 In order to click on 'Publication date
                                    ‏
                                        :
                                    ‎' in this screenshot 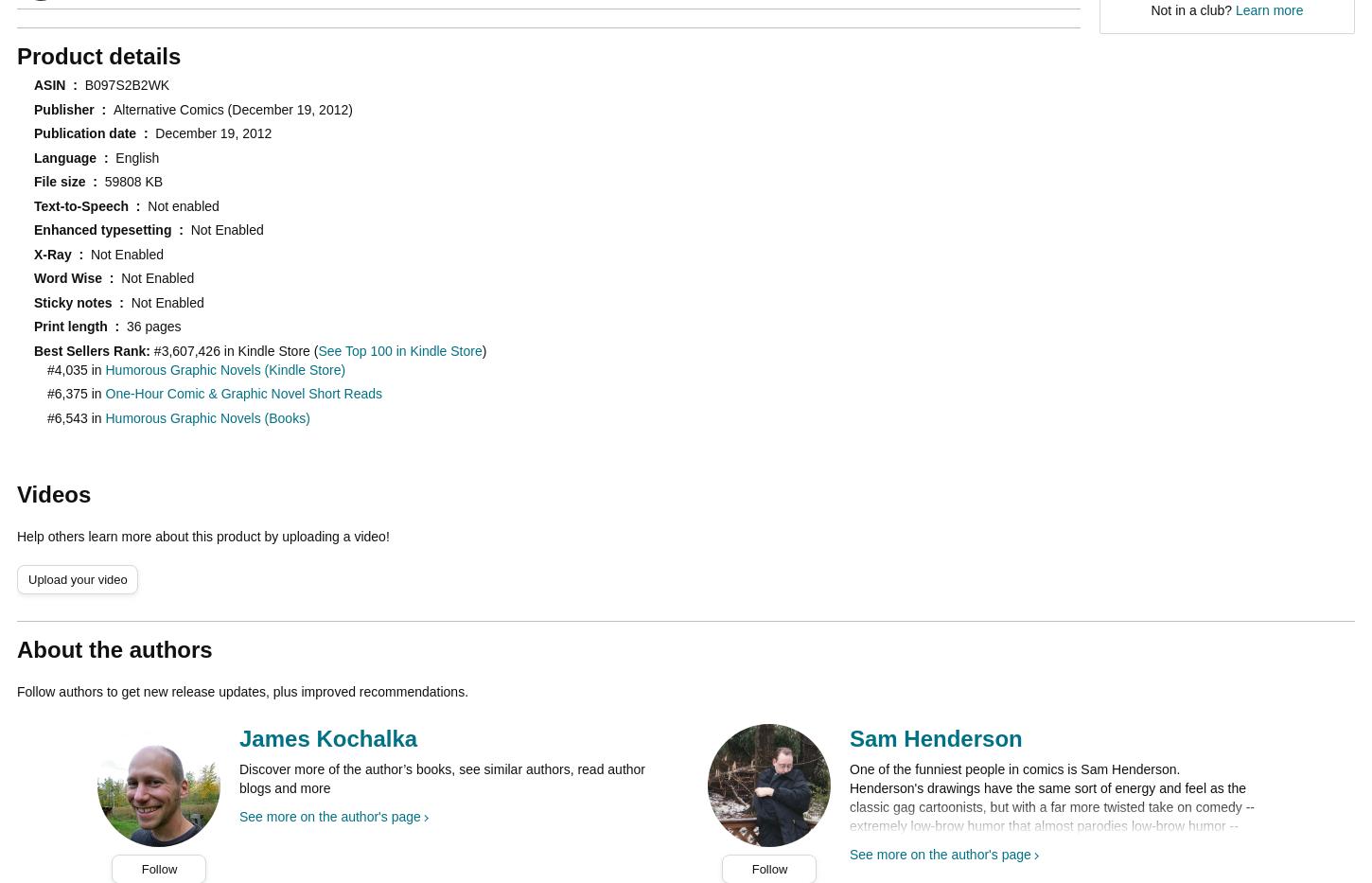, I will do `click(95, 132)`.